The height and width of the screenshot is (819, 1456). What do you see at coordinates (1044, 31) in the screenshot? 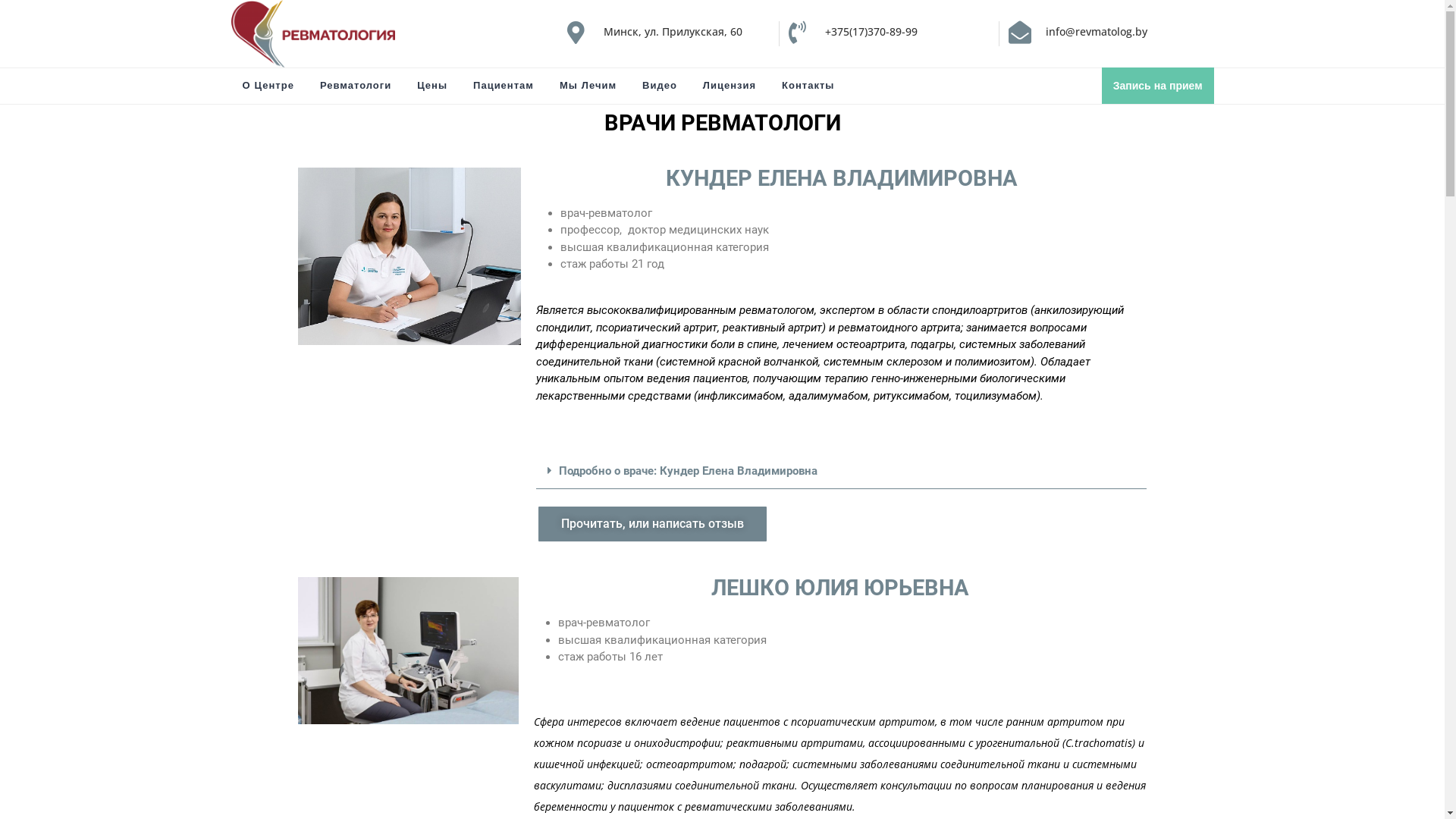
I see `'info@revmatolog.by'` at bounding box center [1044, 31].